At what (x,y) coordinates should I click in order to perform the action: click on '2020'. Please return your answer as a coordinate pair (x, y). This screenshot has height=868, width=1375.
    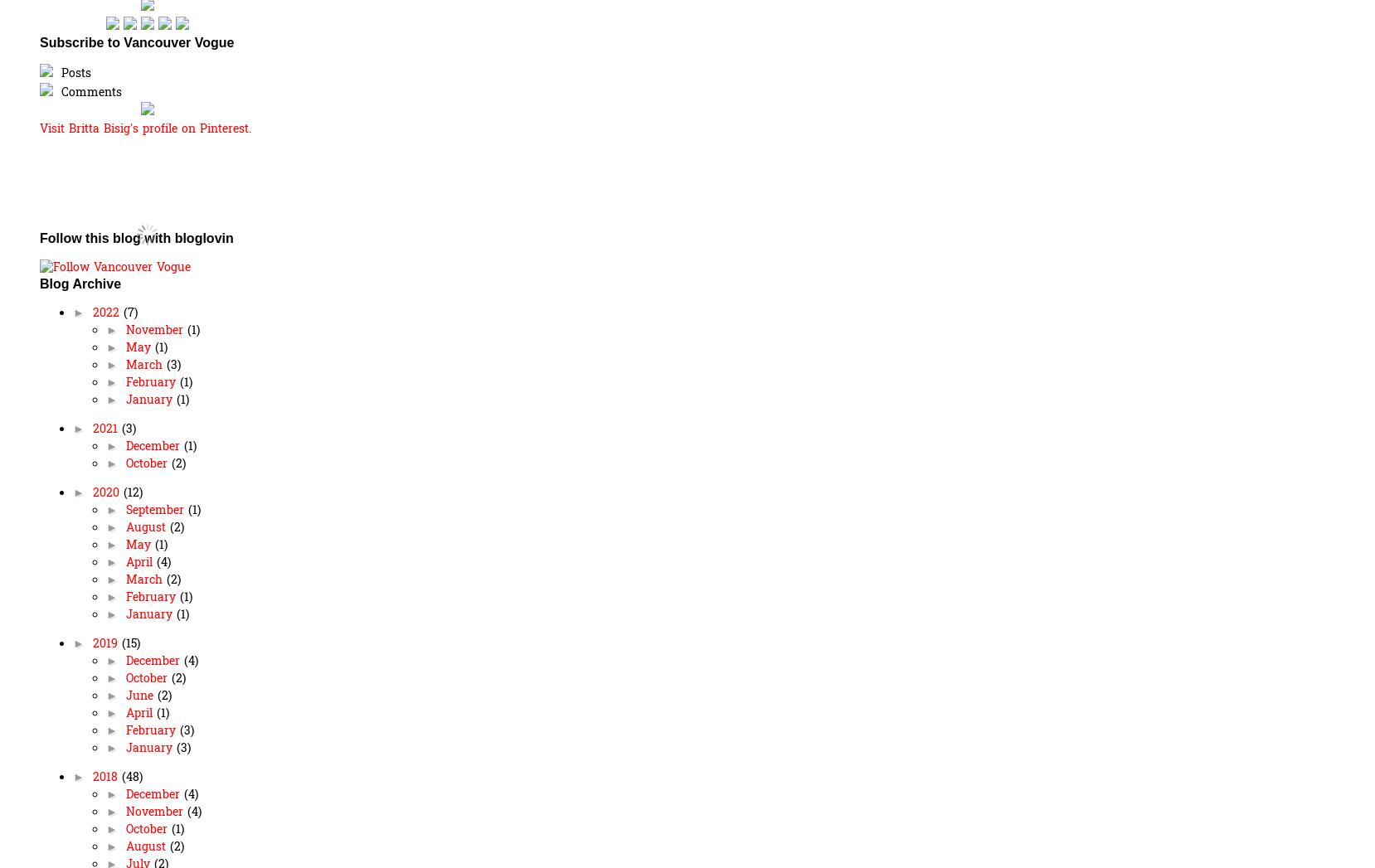
    Looking at the image, I should click on (106, 492).